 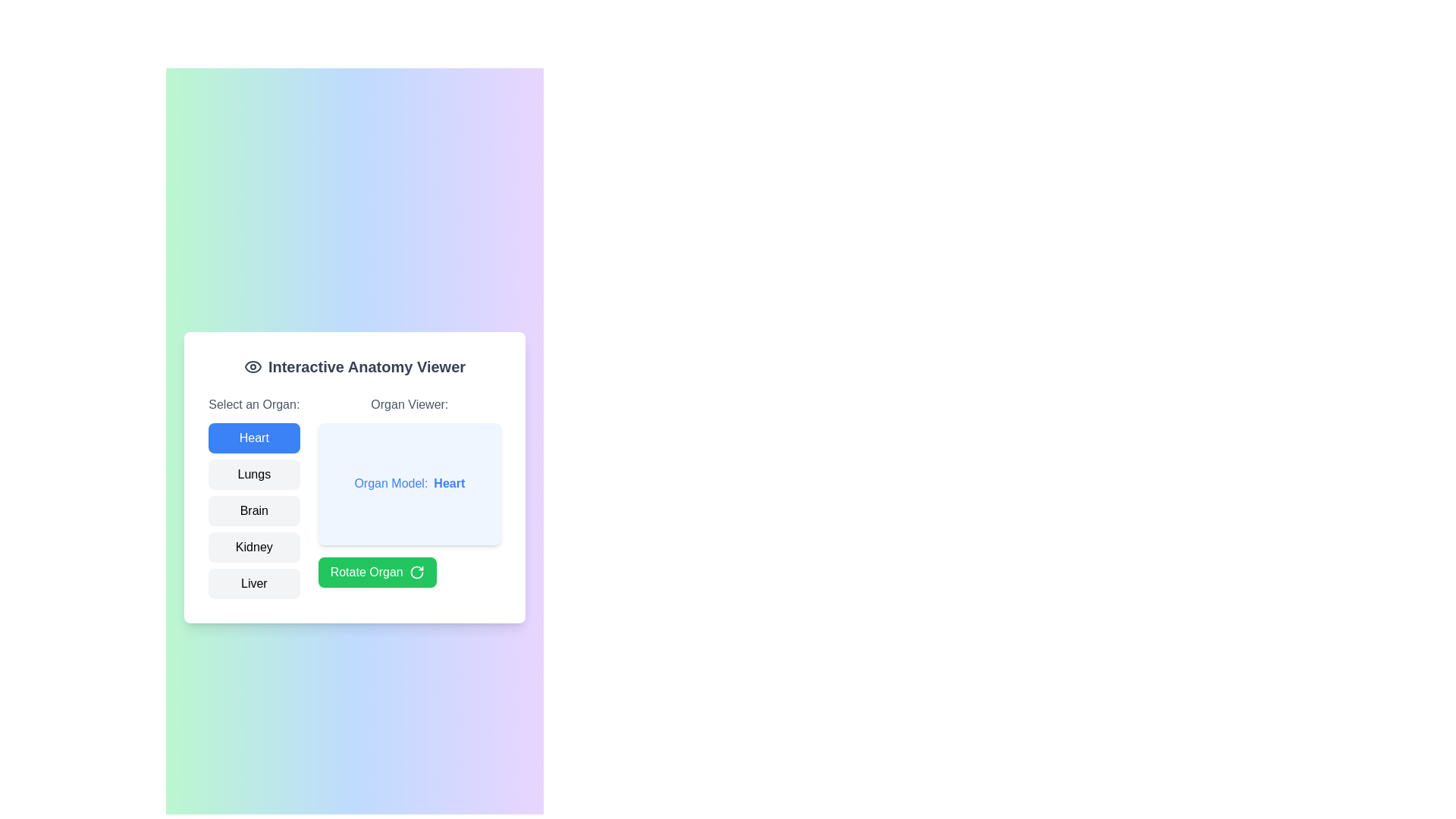 What do you see at coordinates (254, 438) in the screenshot?
I see `the first button under the 'Select an Organ:' section` at bounding box center [254, 438].